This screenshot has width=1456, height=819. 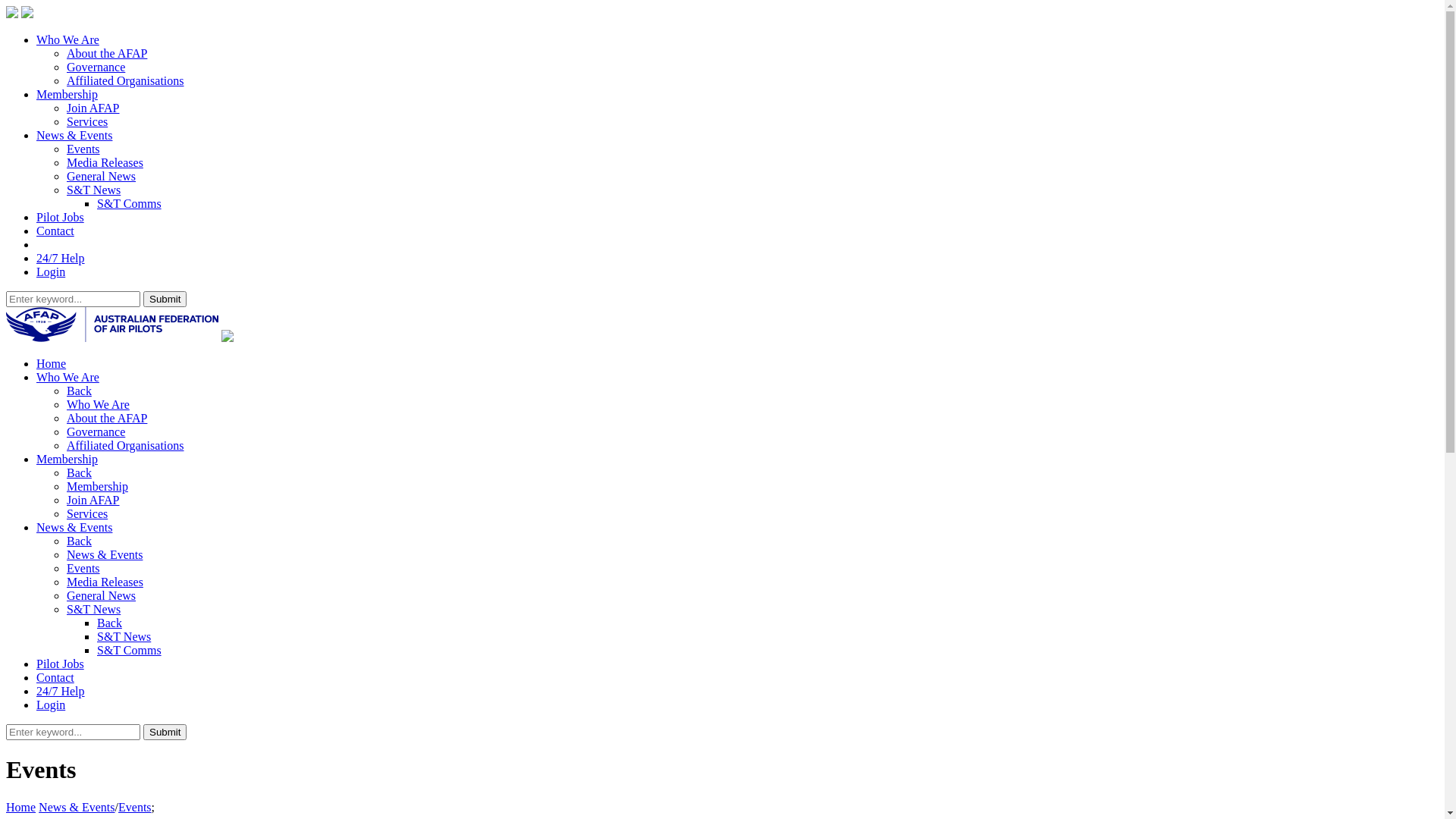 What do you see at coordinates (51, 704) in the screenshot?
I see `'Login'` at bounding box center [51, 704].